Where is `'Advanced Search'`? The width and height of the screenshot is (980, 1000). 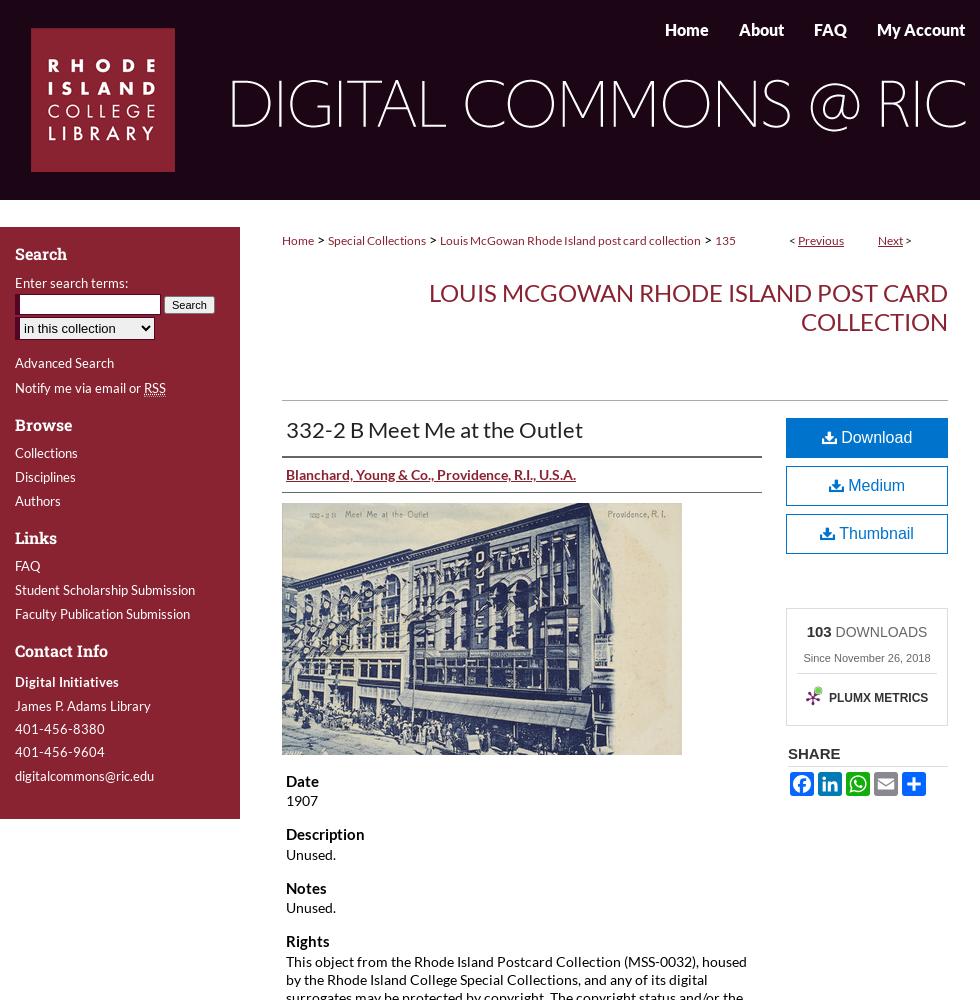
'Advanced Search' is located at coordinates (14, 362).